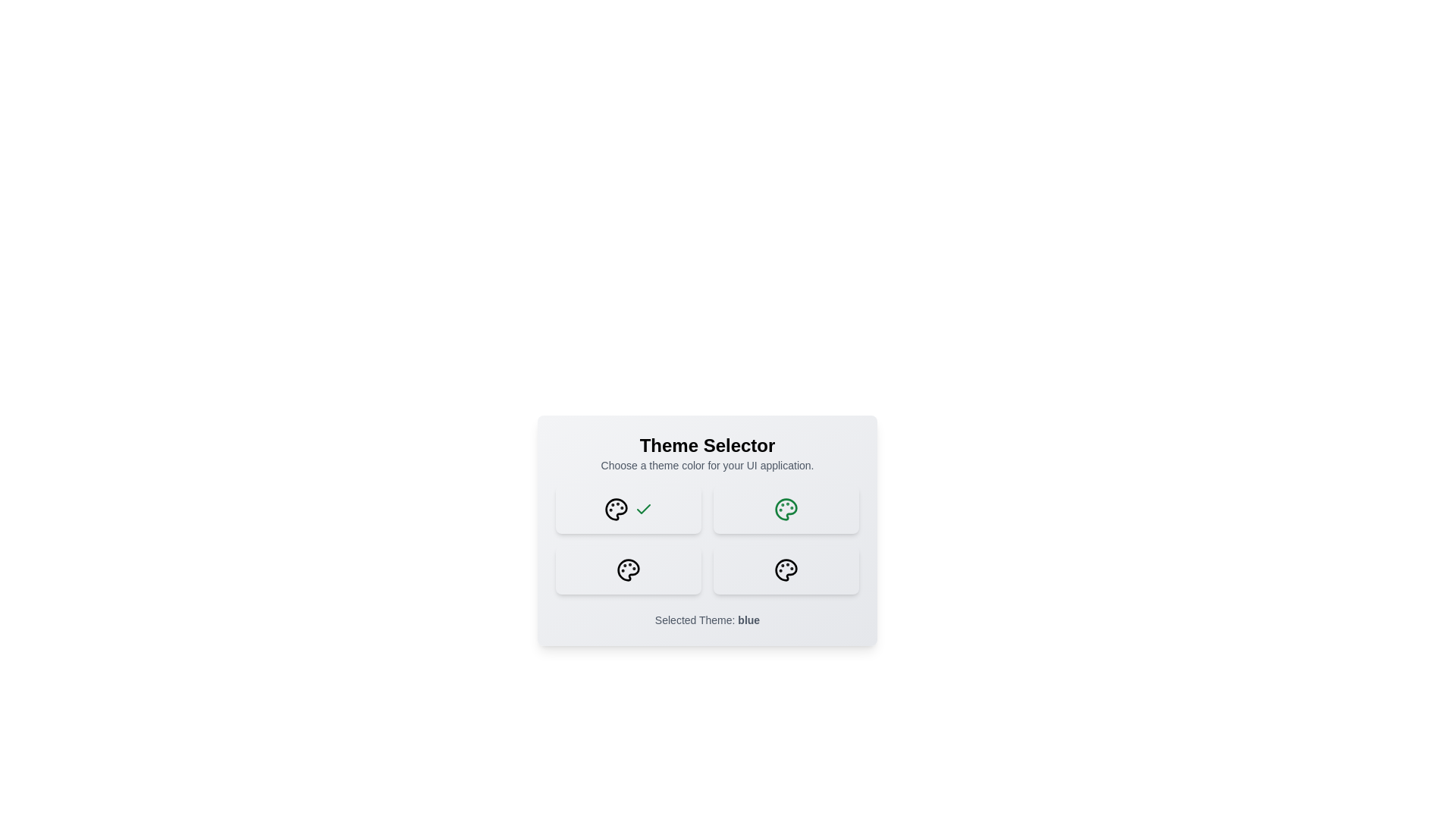 This screenshot has width=1456, height=819. Describe the element at coordinates (786, 509) in the screenshot. I see `the button with the color green` at that location.